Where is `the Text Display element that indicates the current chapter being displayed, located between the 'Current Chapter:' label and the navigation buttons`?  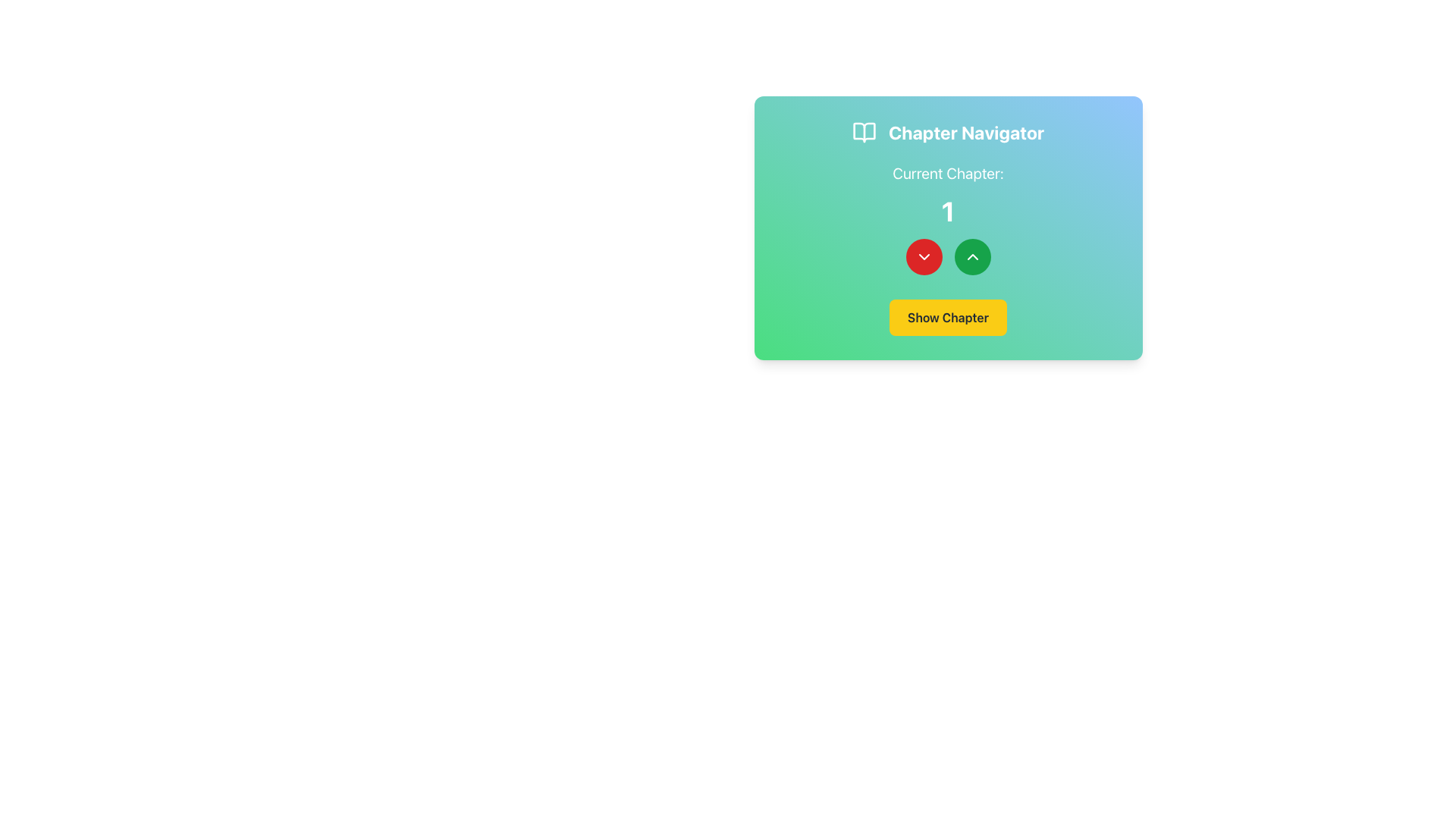
the Text Display element that indicates the current chapter being displayed, located between the 'Current Chapter:' label and the navigation buttons is located at coordinates (947, 211).